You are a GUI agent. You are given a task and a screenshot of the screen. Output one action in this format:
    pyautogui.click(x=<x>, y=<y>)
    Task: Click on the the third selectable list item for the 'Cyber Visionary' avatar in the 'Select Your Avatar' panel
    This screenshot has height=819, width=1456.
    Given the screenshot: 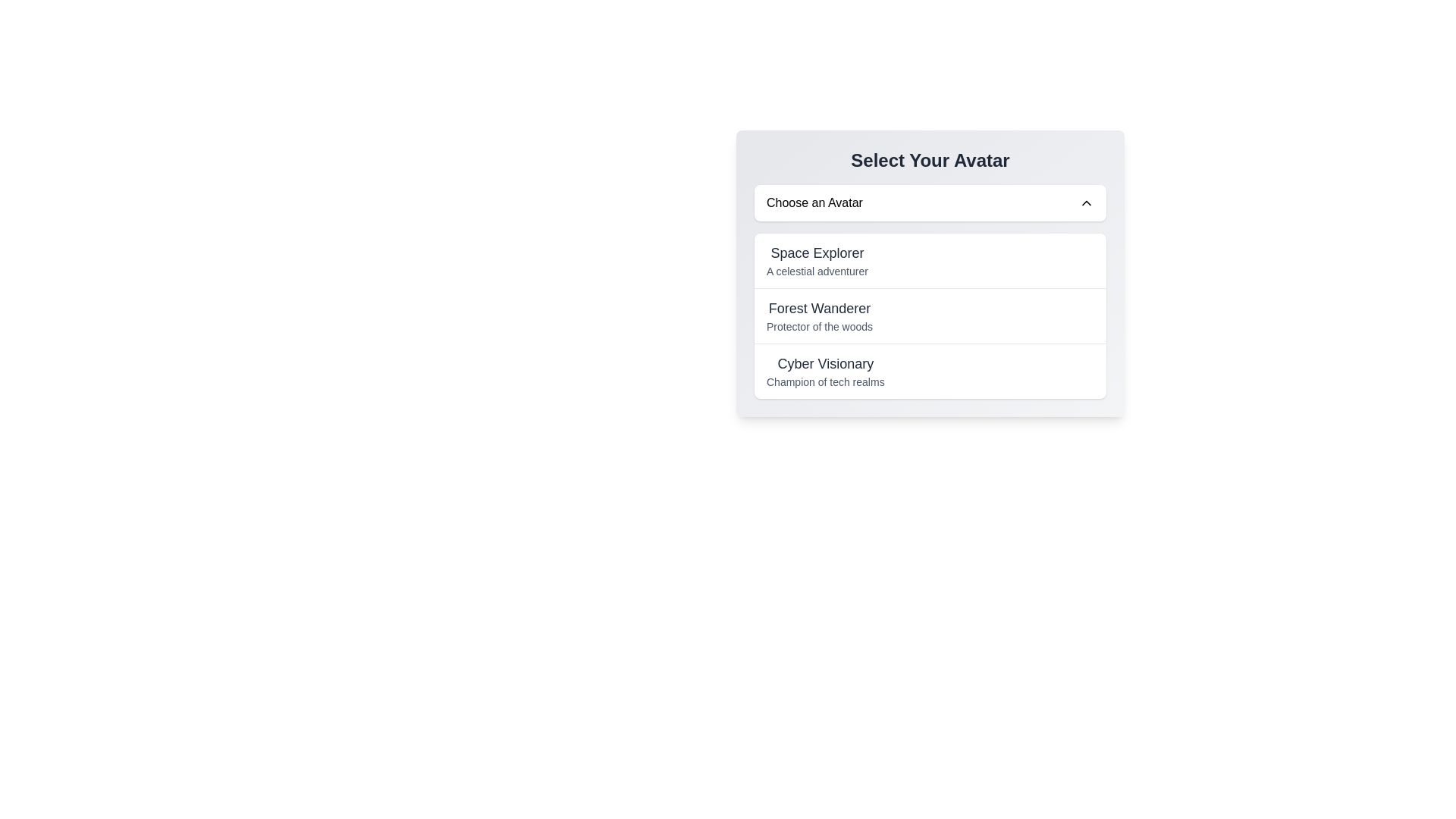 What is the action you would take?
    pyautogui.click(x=824, y=371)
    